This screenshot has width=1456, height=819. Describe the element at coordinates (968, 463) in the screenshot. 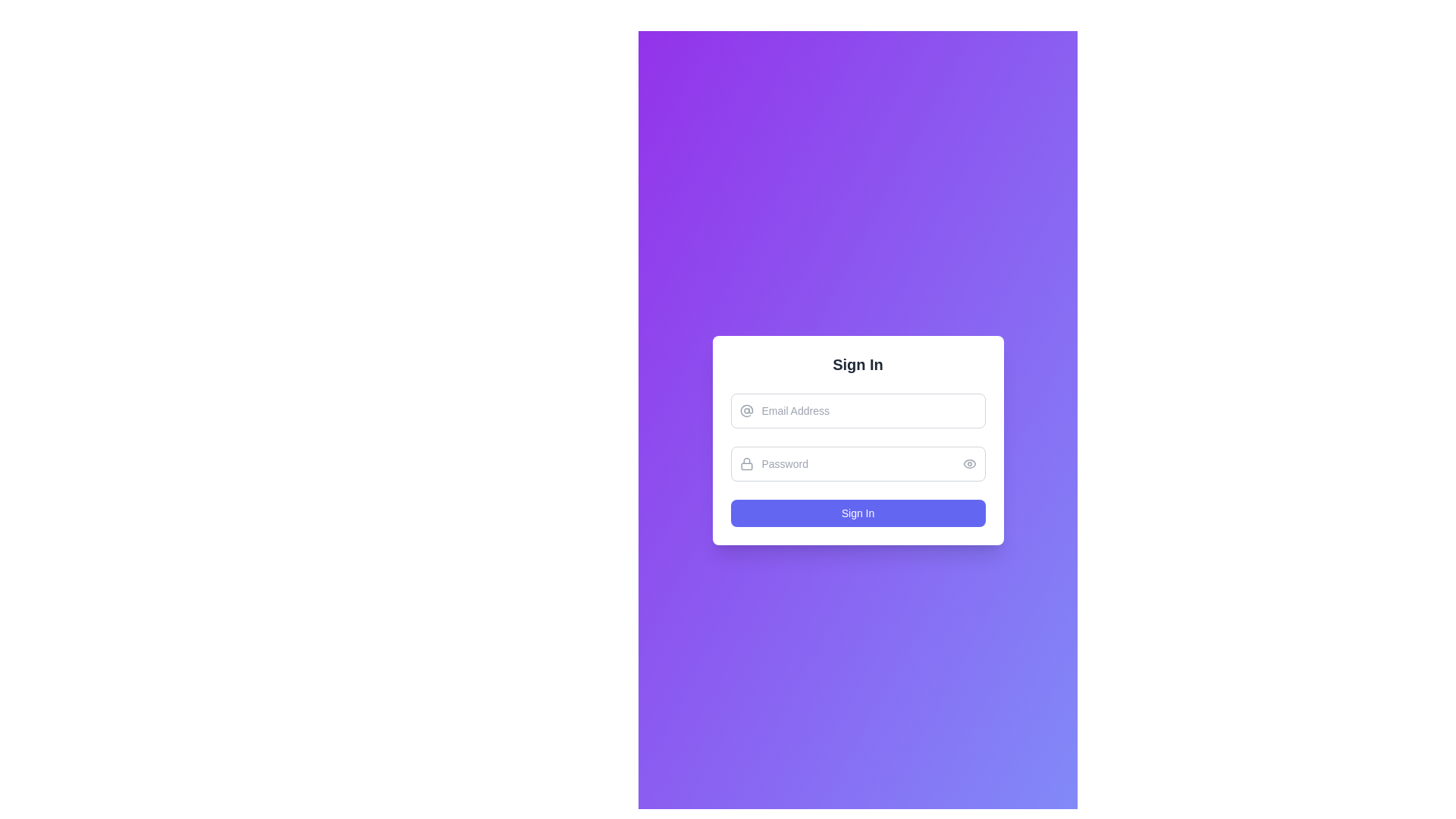

I see `the password visibility toggle button located to the right of the password input field, which allows users to check the typed password` at that location.